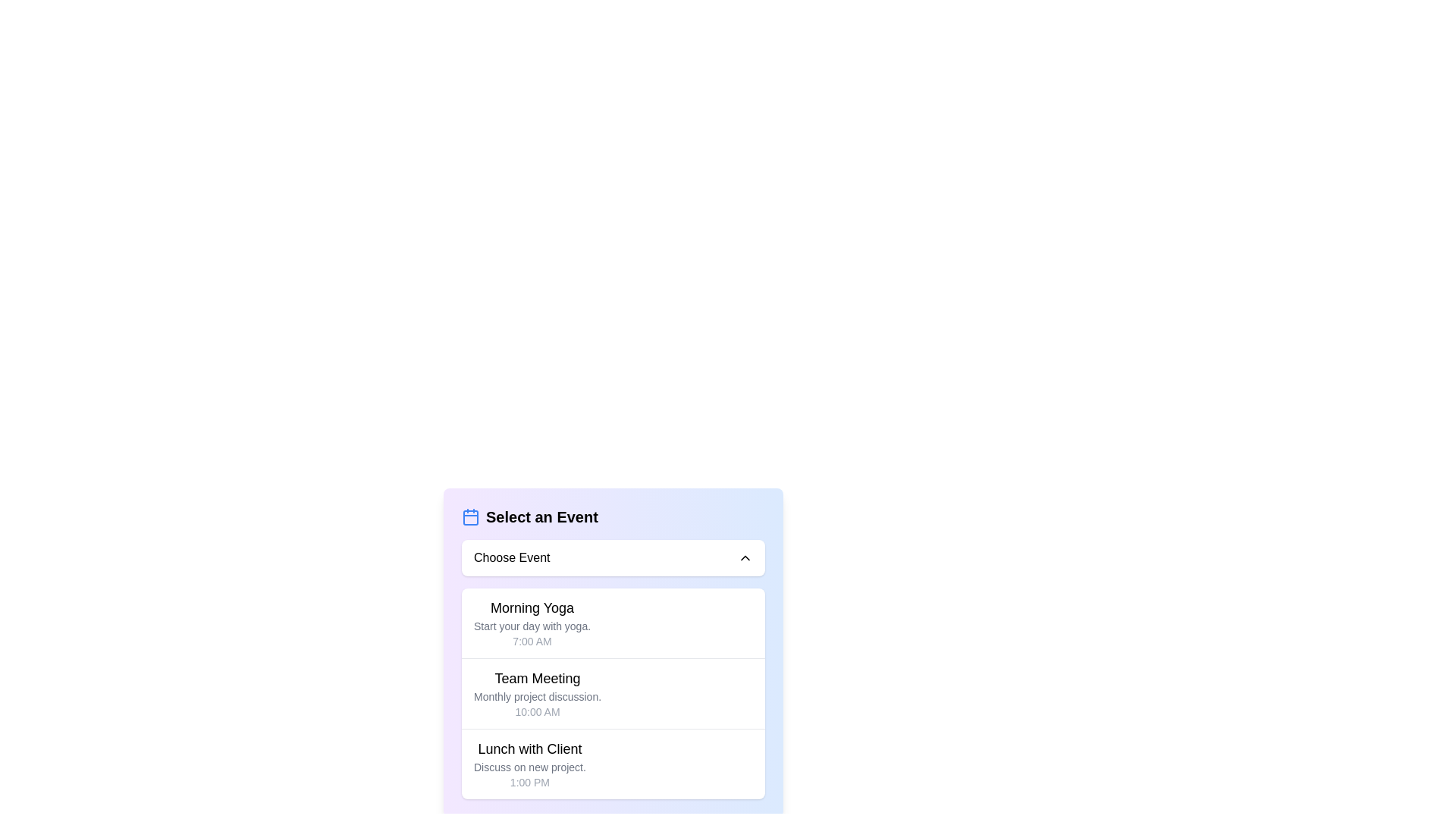 The height and width of the screenshot is (819, 1456). I want to click on the text label indicating 'Lunch with Client', so click(529, 748).